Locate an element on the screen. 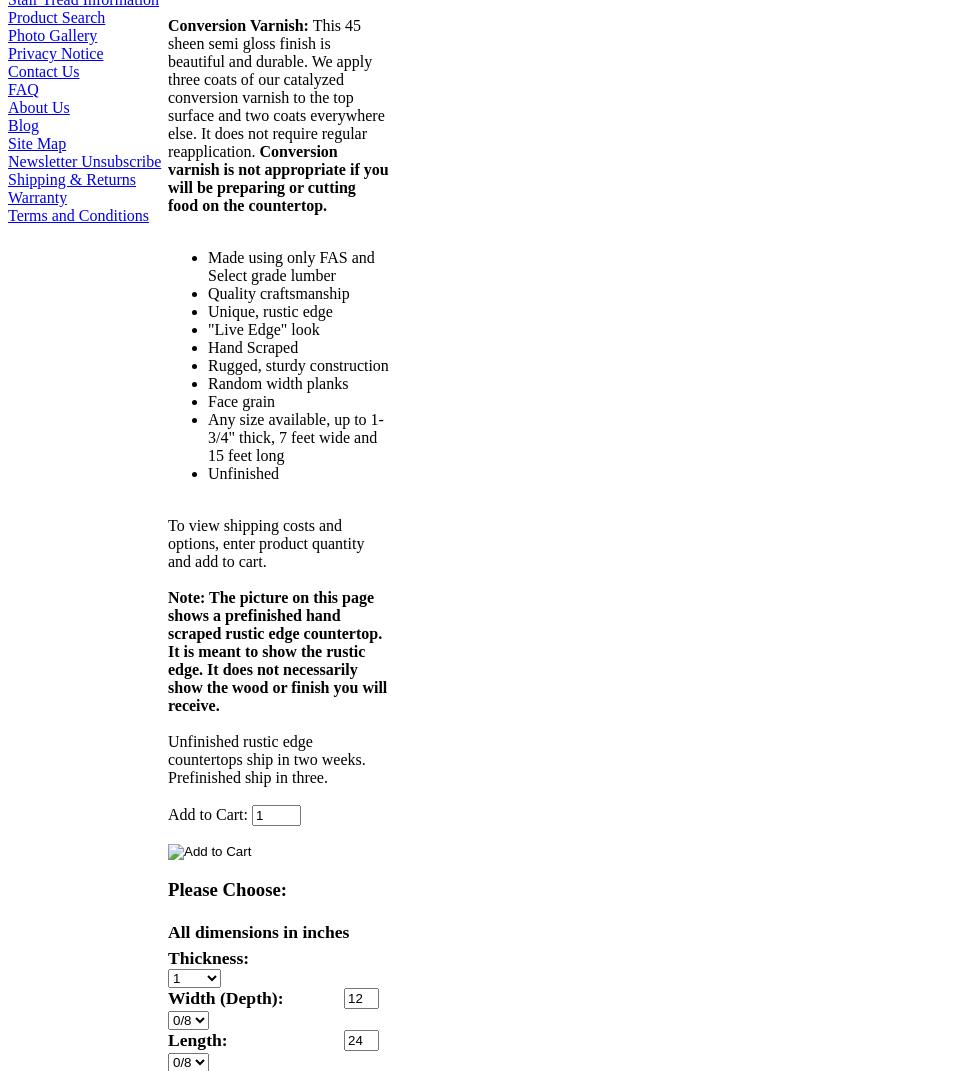 The image size is (968, 1071). 'Face grain' is located at coordinates (240, 401).